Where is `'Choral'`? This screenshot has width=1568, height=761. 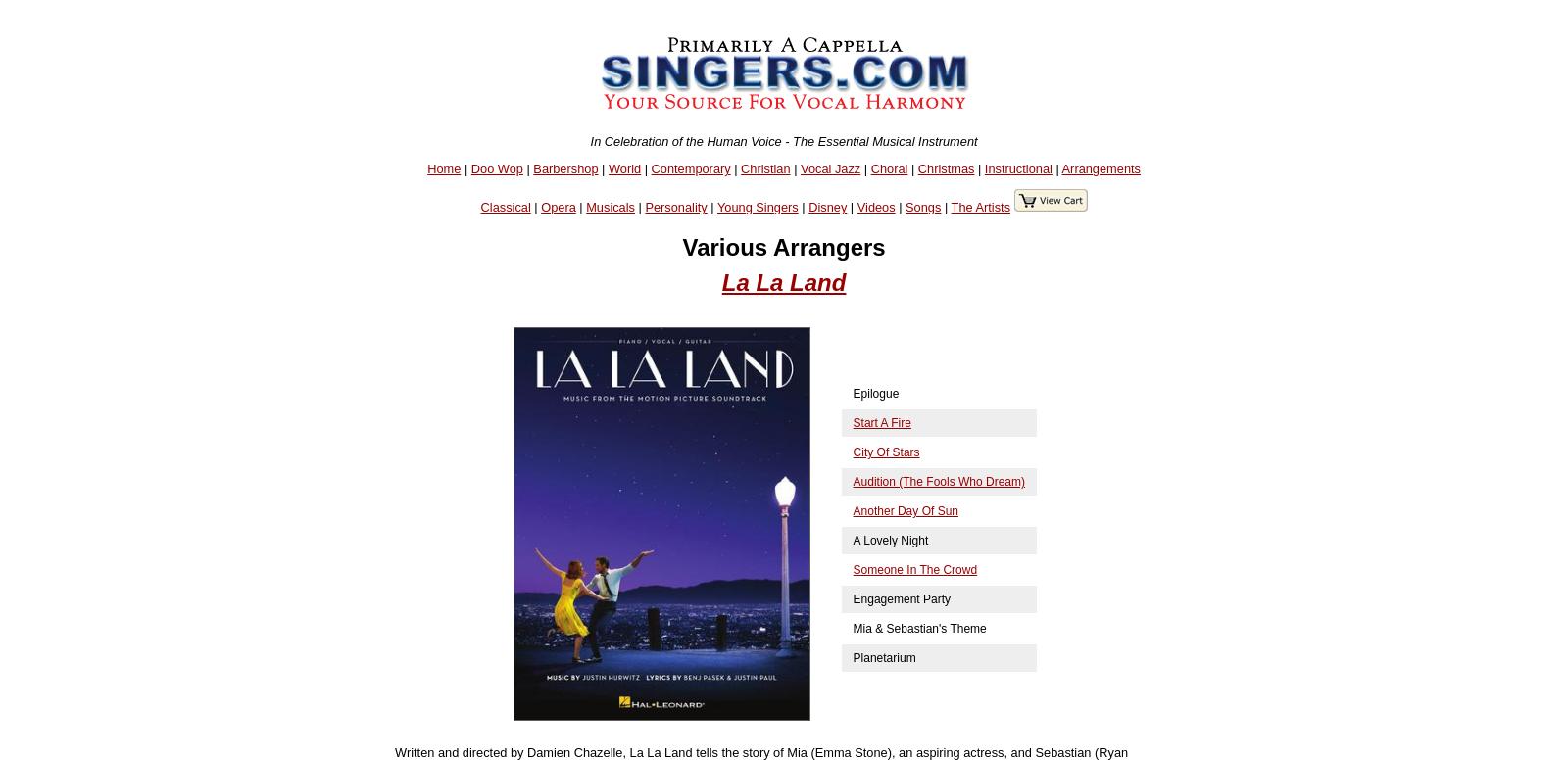
'Choral' is located at coordinates (888, 167).